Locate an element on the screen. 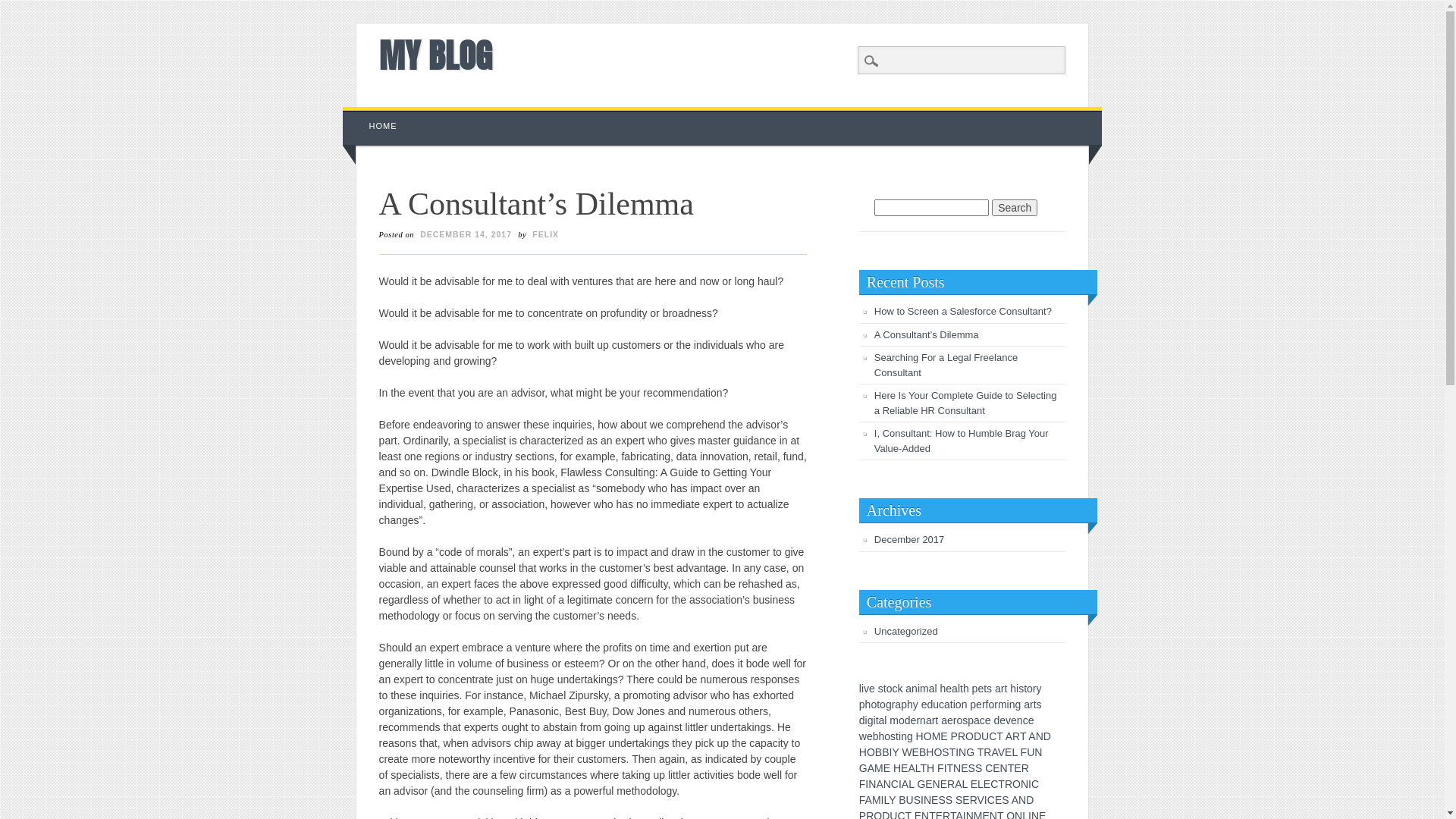  'E' is located at coordinates (987, 783).